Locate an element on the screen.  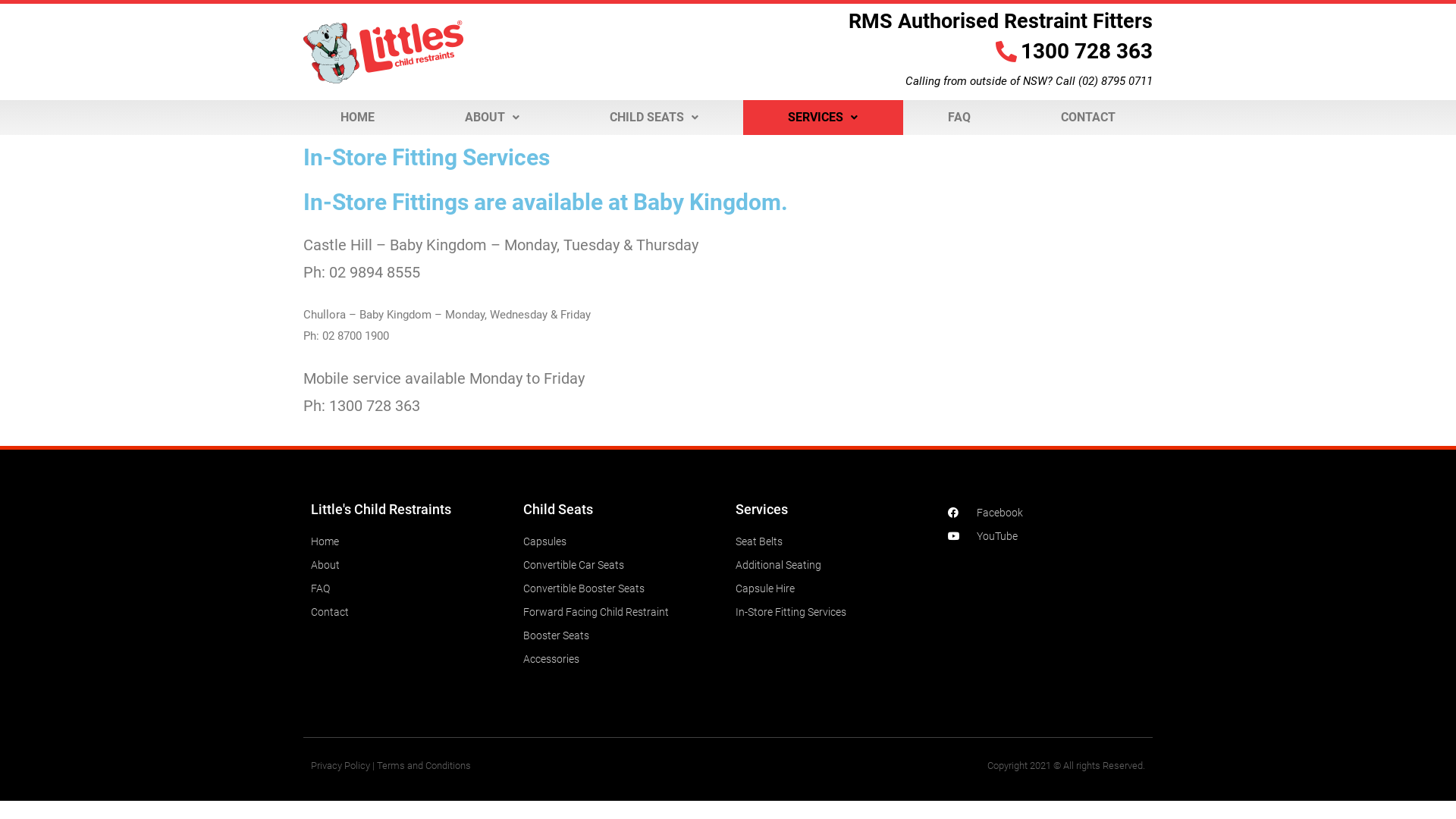
'SERVICES' is located at coordinates (822, 116).